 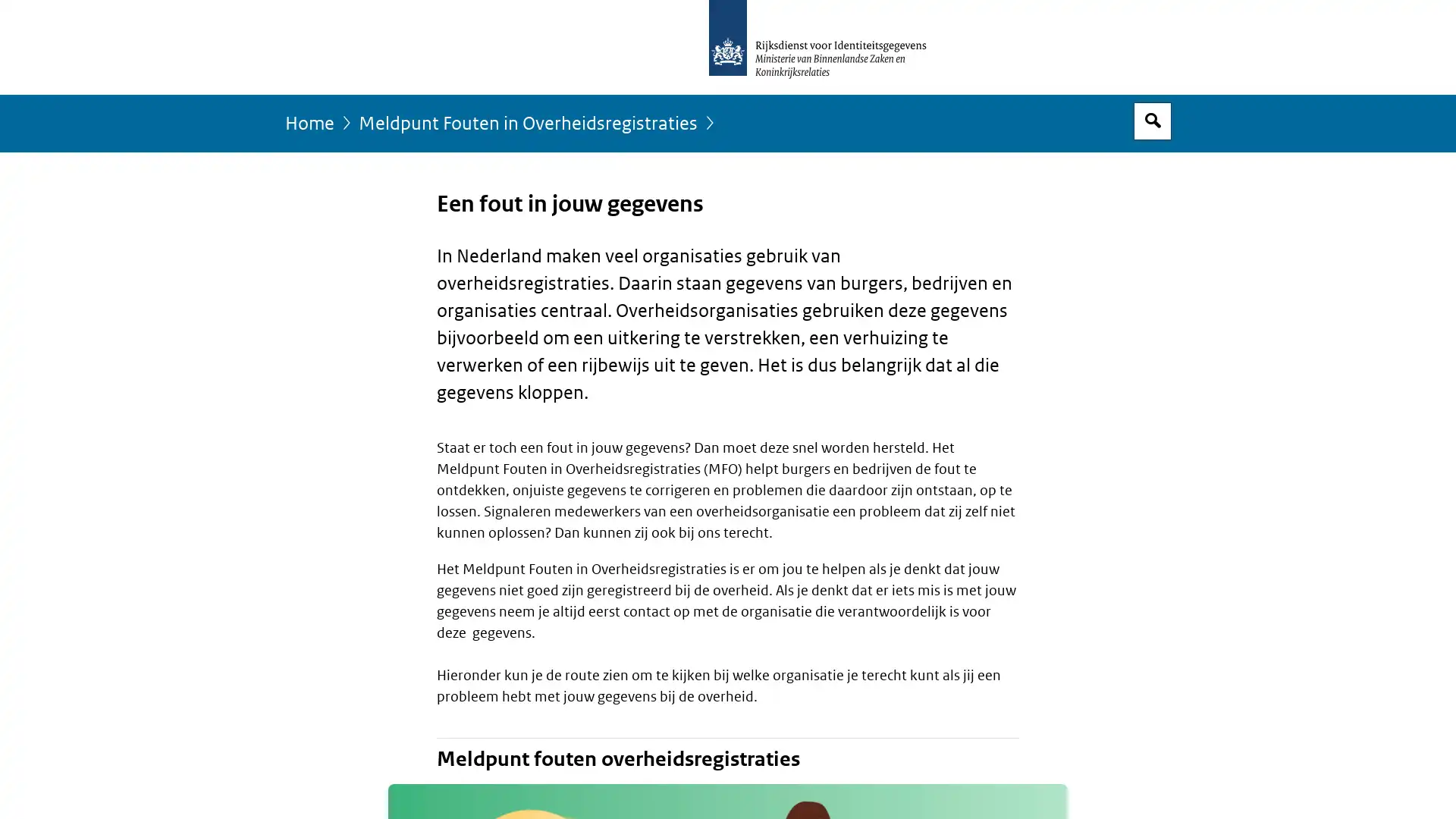 I want to click on Open zoekveld, so click(x=1153, y=120).